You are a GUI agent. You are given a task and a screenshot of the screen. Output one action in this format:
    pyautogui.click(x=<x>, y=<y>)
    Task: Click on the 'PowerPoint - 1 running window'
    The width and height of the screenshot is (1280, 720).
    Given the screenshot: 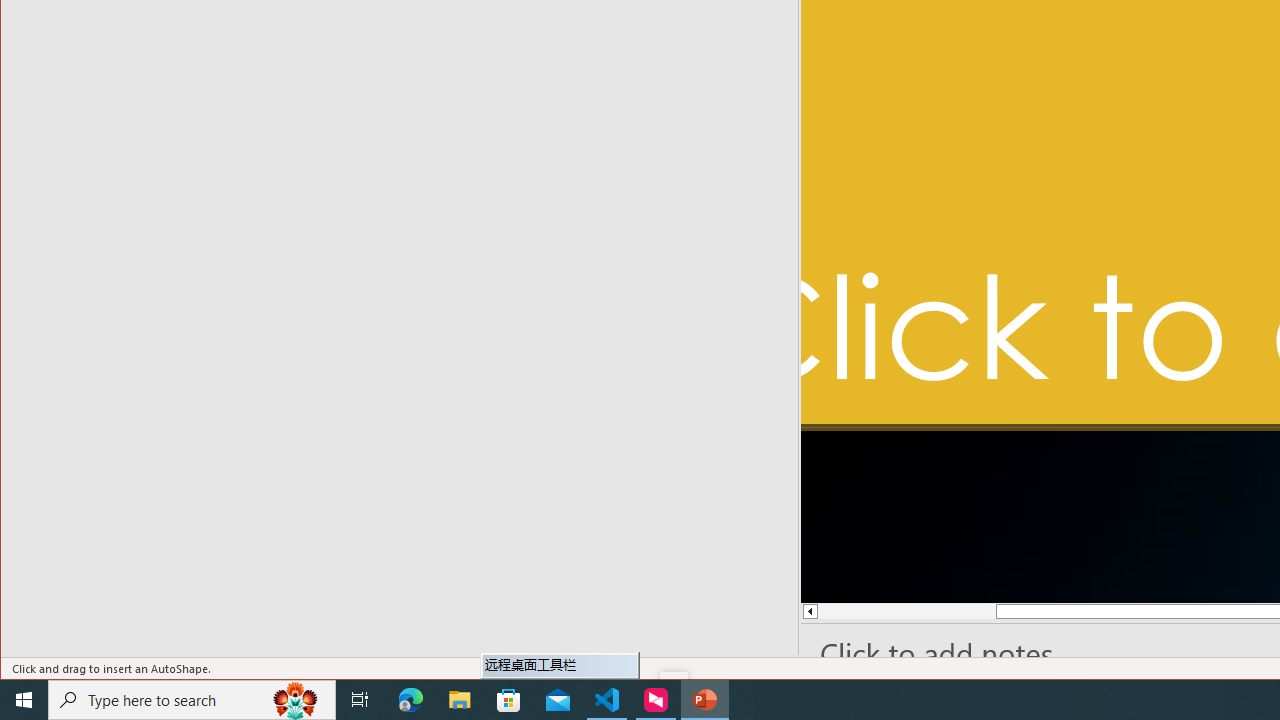 What is the action you would take?
    pyautogui.click(x=705, y=698)
    